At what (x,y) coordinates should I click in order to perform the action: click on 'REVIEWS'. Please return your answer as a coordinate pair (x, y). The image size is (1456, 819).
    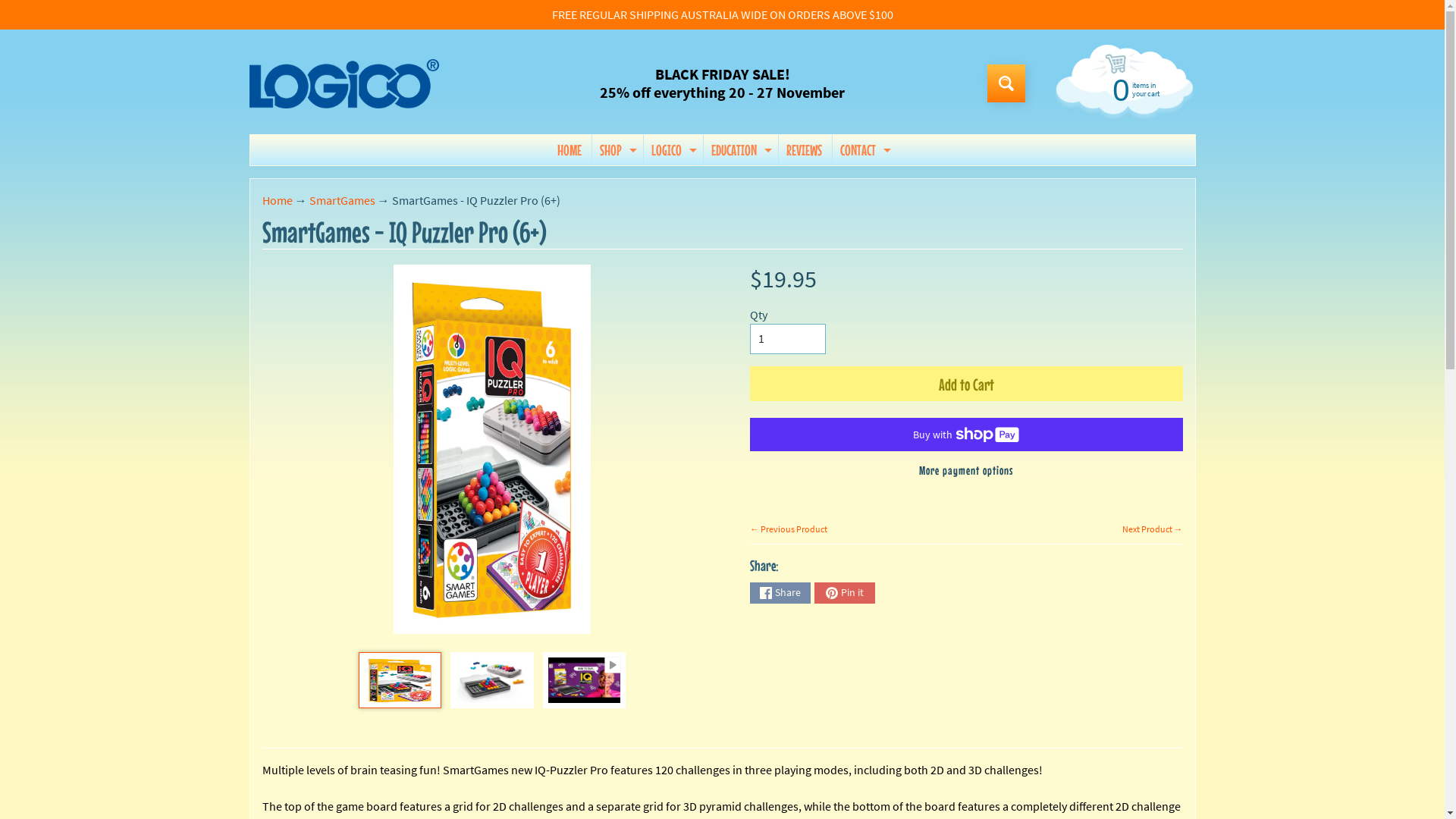
    Looking at the image, I should click on (779, 149).